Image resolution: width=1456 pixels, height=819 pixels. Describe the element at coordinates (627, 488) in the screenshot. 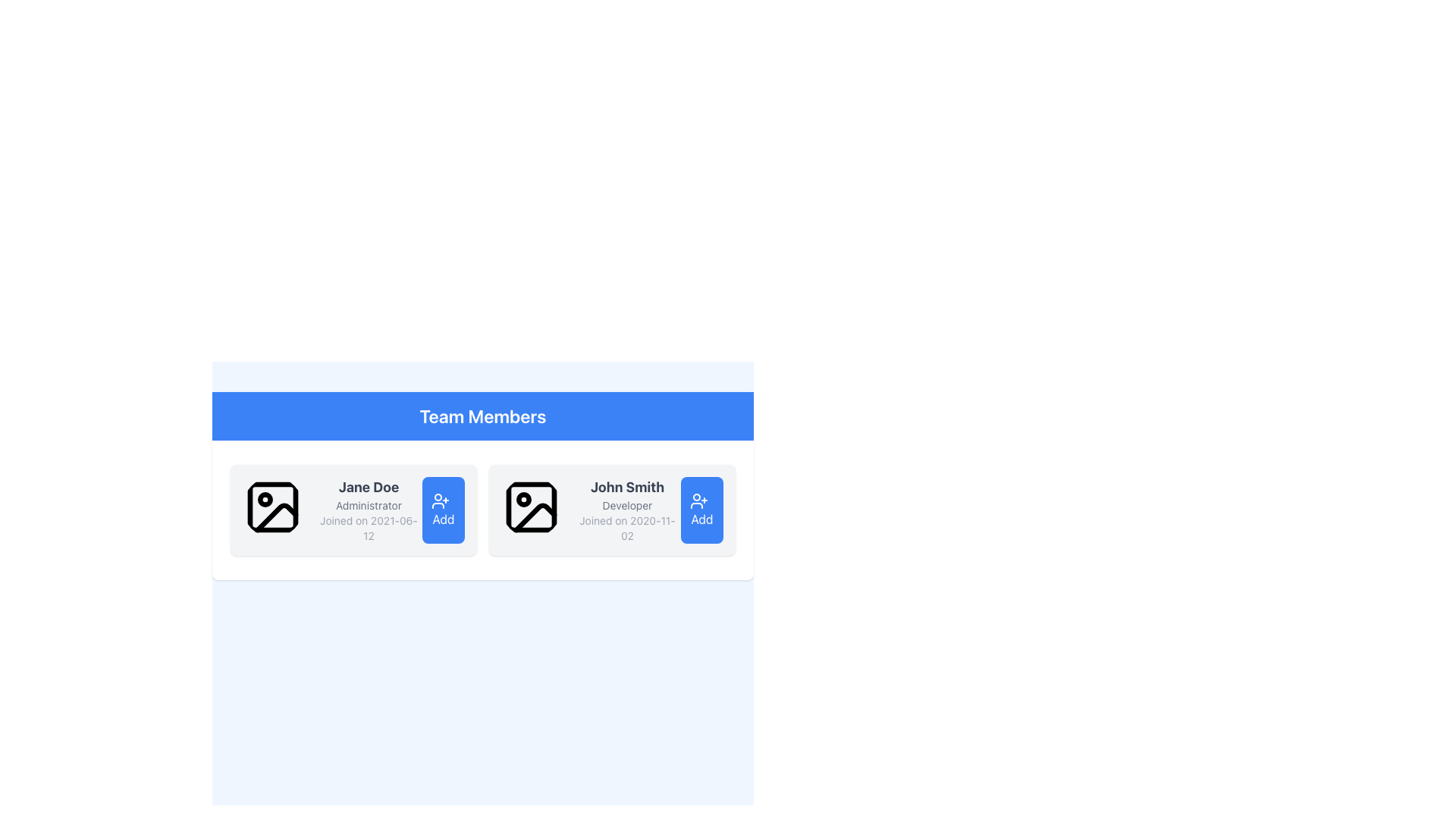

I see `the text label displaying 'John Smith', which is bold and dark gray, located in the second column of the team member information cards under the 'Team Members' heading` at that location.